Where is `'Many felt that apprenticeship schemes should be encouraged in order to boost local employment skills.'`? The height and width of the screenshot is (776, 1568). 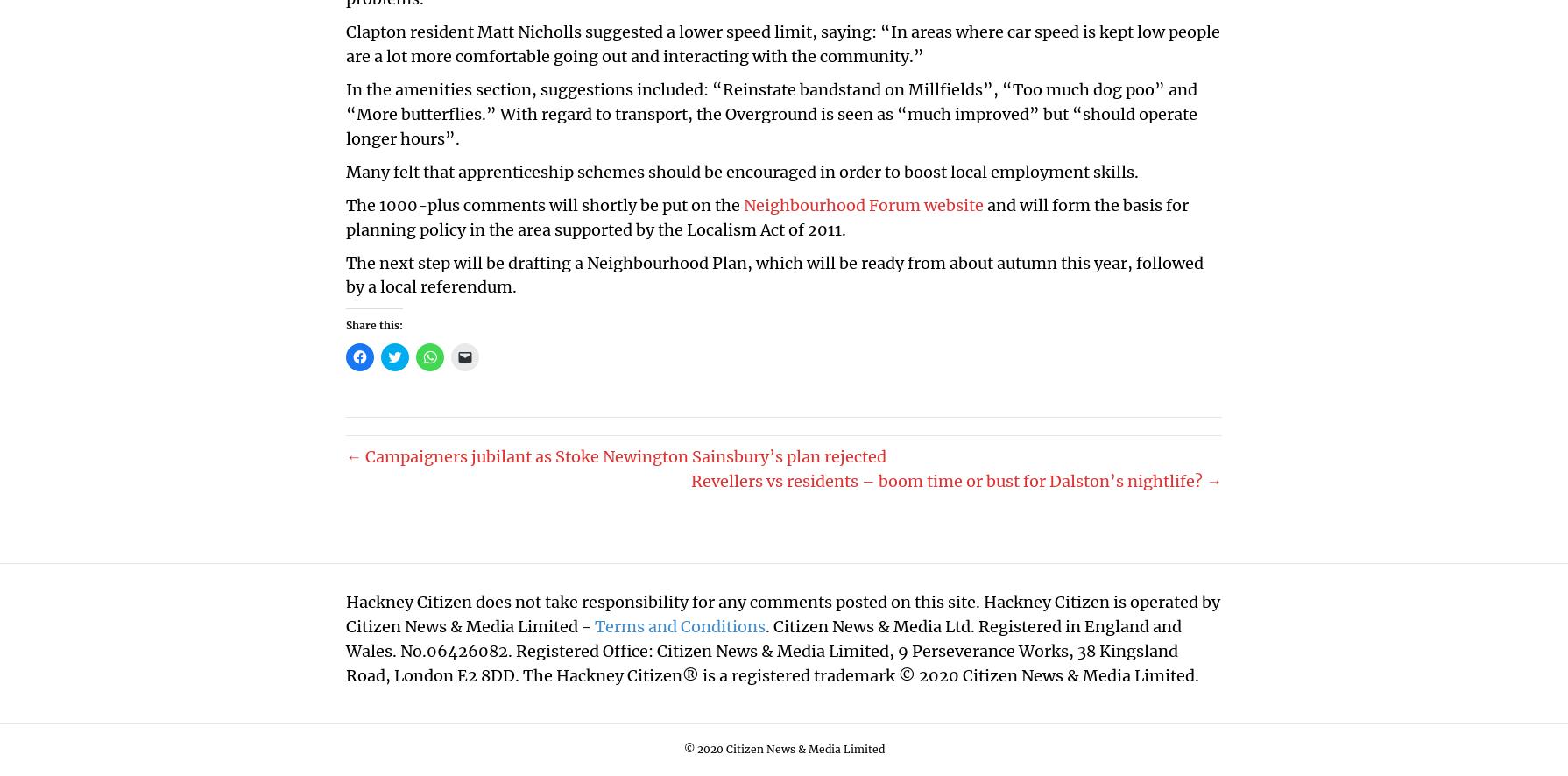 'Many felt that apprenticeship schemes should be encouraged in order to boost local employment skills.' is located at coordinates (346, 171).